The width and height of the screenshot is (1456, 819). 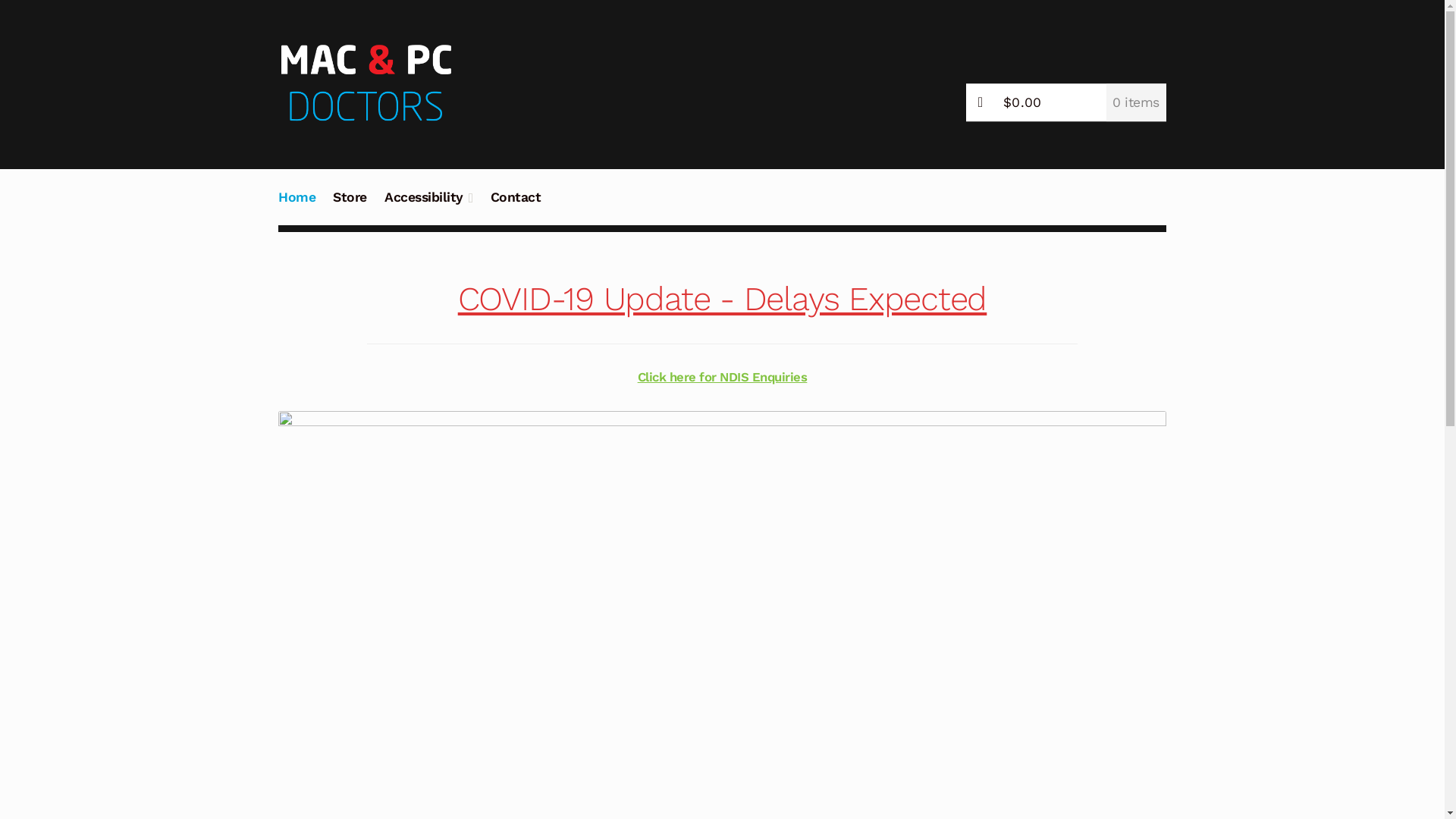 I want to click on 'Home', so click(x=297, y=206).